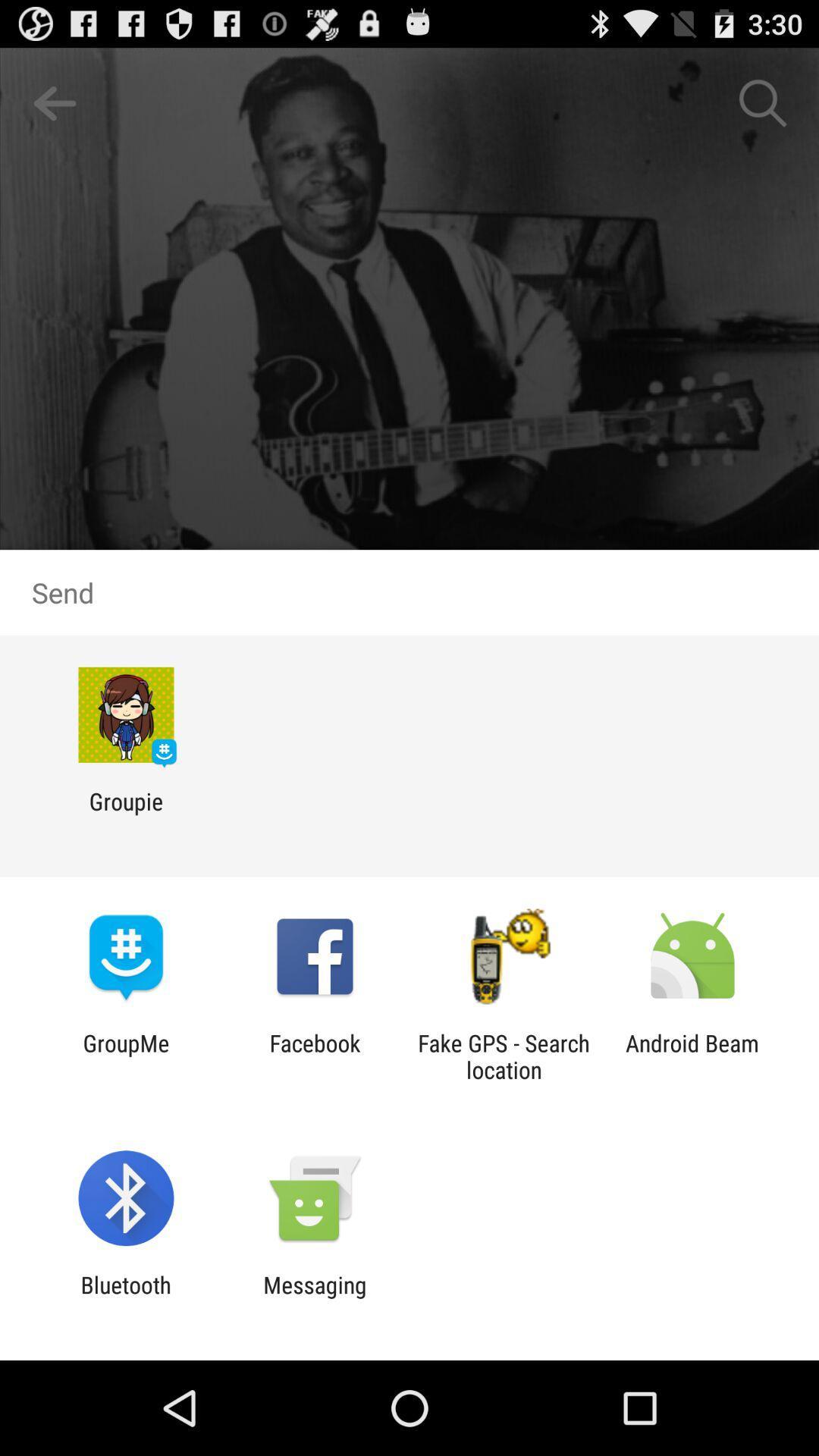 This screenshot has height=1456, width=819. Describe the element at coordinates (125, 1298) in the screenshot. I see `the item next to the messaging app` at that location.